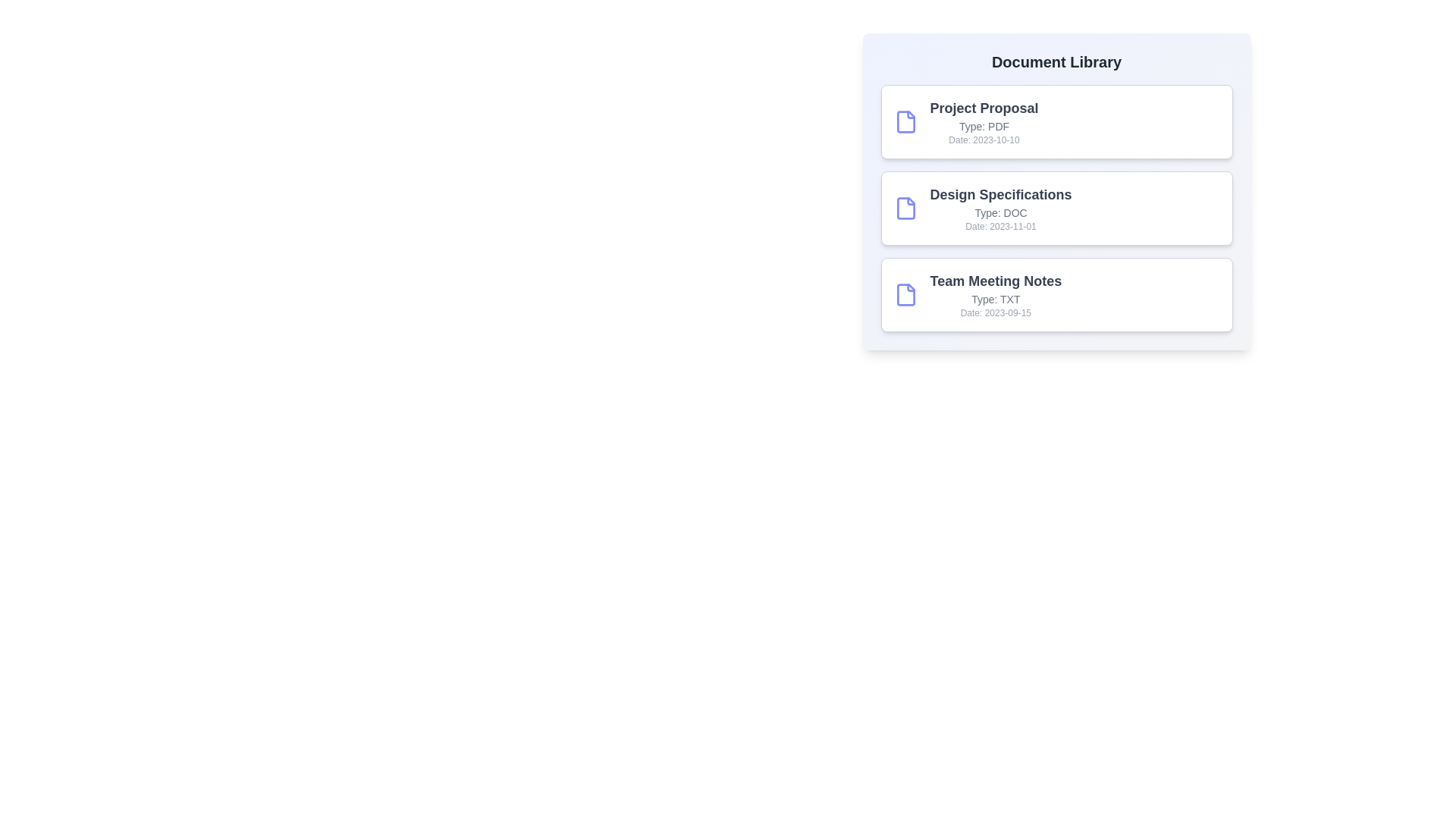 The height and width of the screenshot is (819, 1456). I want to click on the document card corresponding to Design Specifications, so click(1056, 208).